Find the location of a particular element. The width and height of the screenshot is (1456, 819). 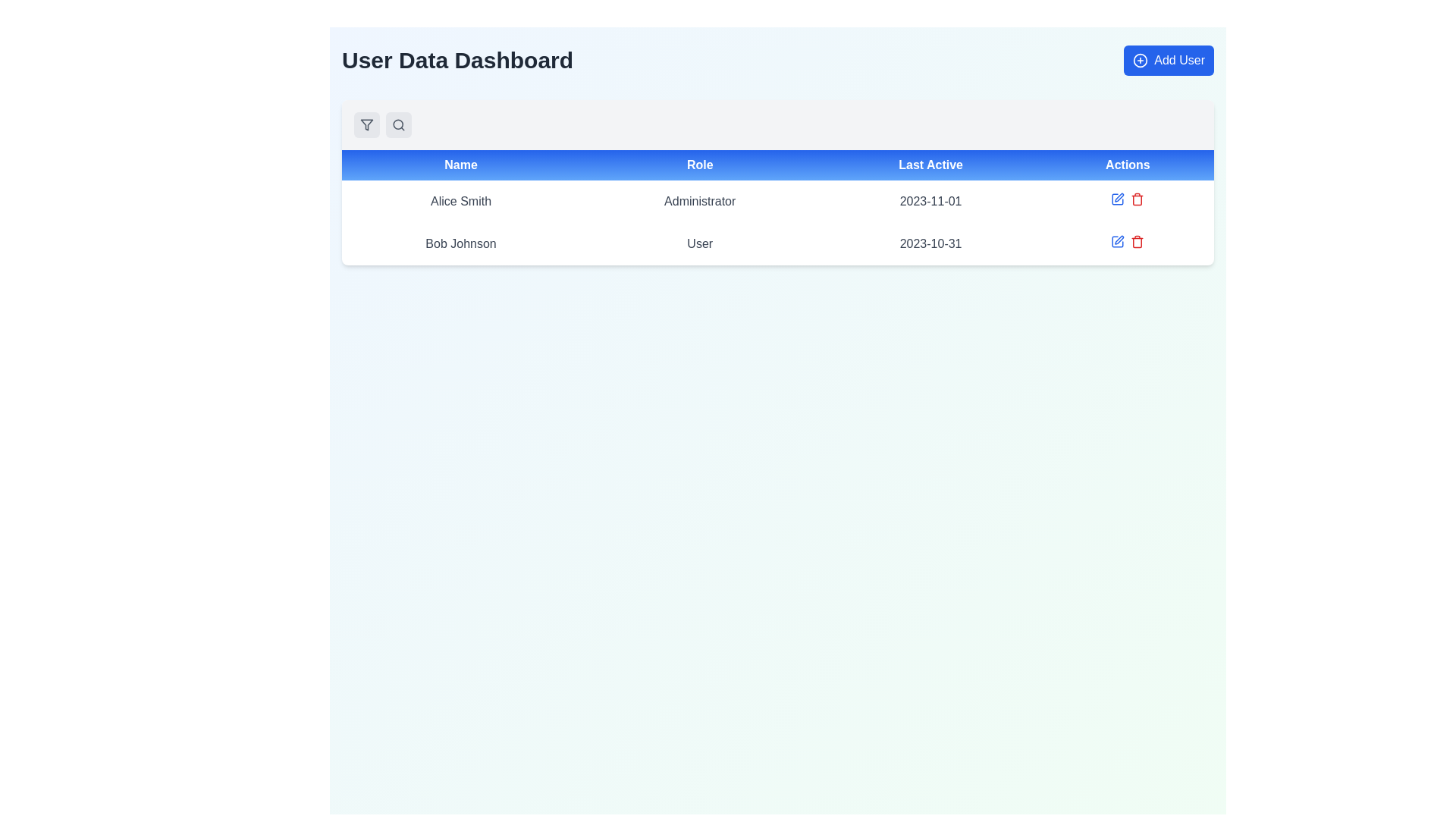

the small blue icon resembling a pen or pencil in the 'Actions' column of the second row in the table is located at coordinates (1118, 241).